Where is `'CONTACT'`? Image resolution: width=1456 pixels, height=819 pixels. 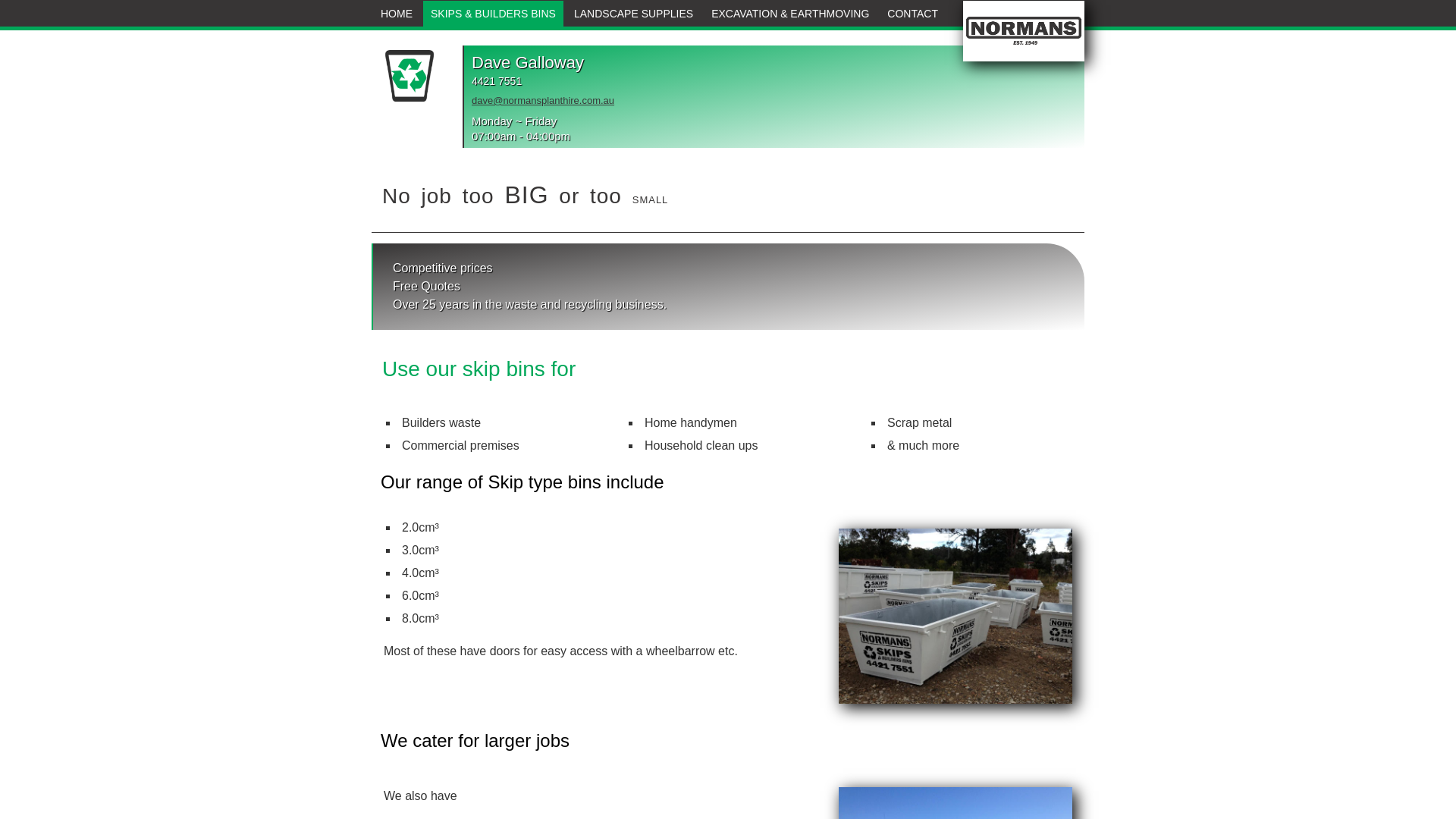 'CONTACT' is located at coordinates (912, 14).